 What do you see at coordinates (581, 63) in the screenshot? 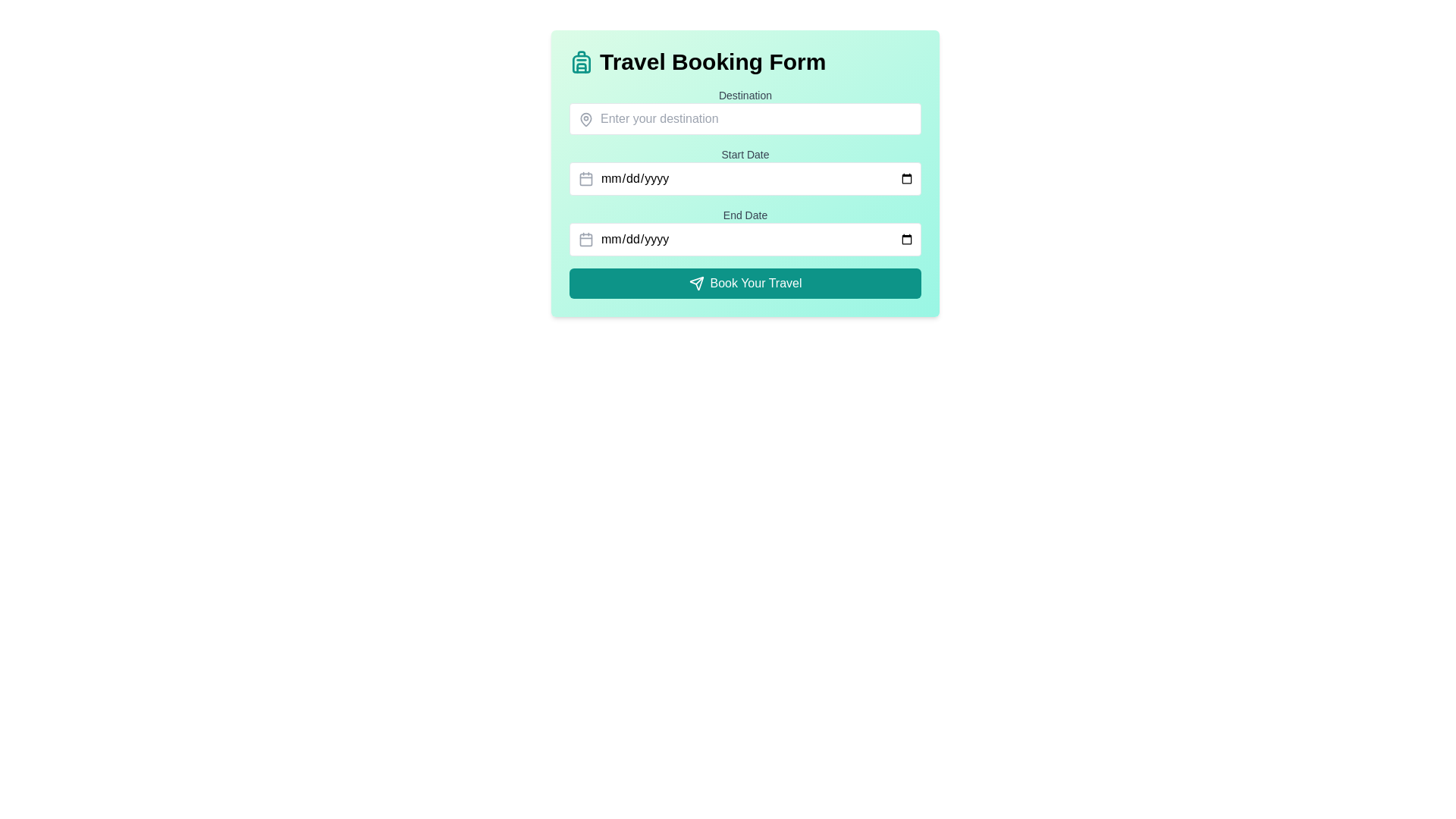
I see `the backpack icon located at the top of the 'Travel Booking Form', positioned to the left of the title text` at bounding box center [581, 63].